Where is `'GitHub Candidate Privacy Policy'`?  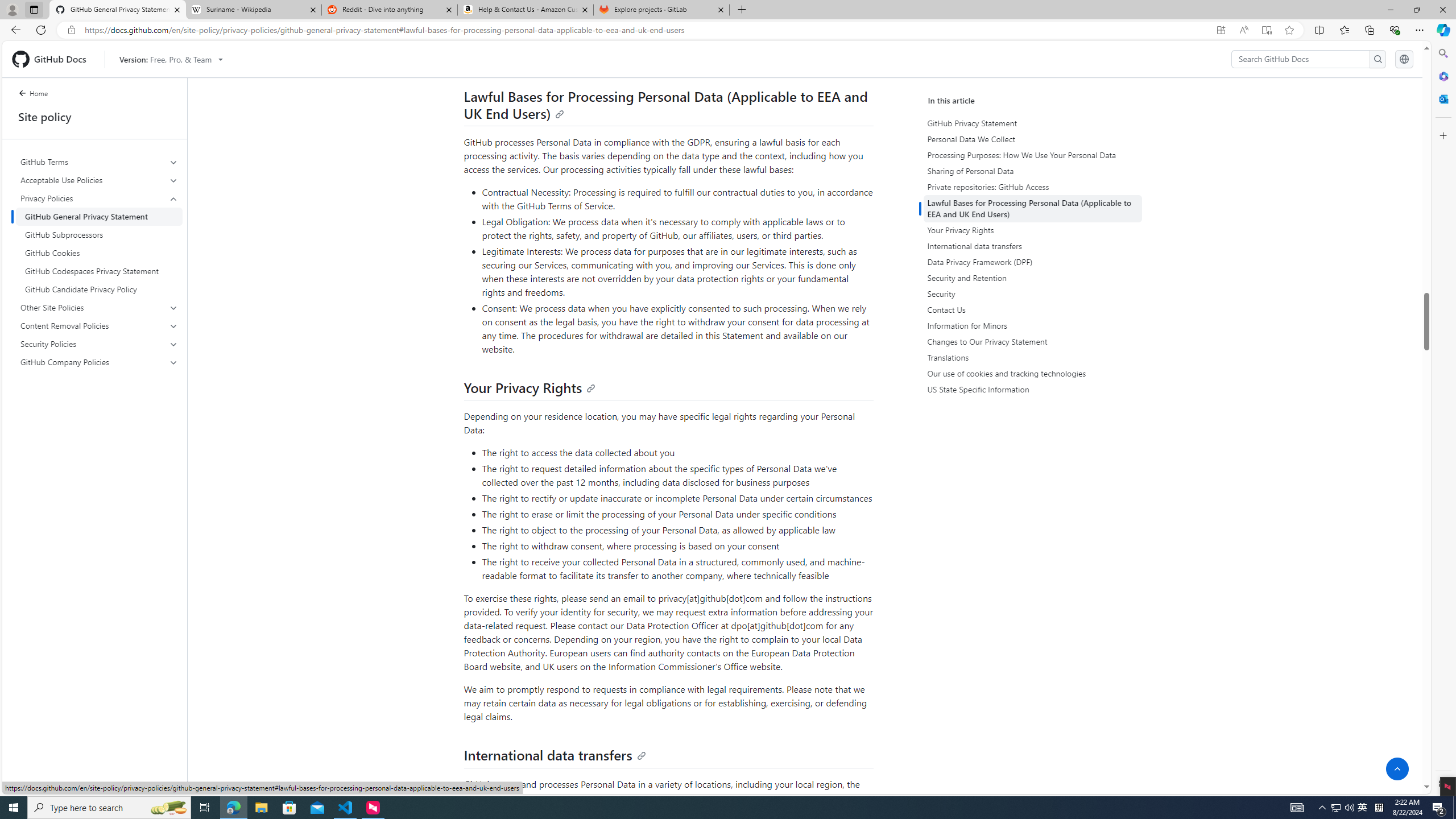
'GitHub Candidate Privacy Policy' is located at coordinates (99, 289).